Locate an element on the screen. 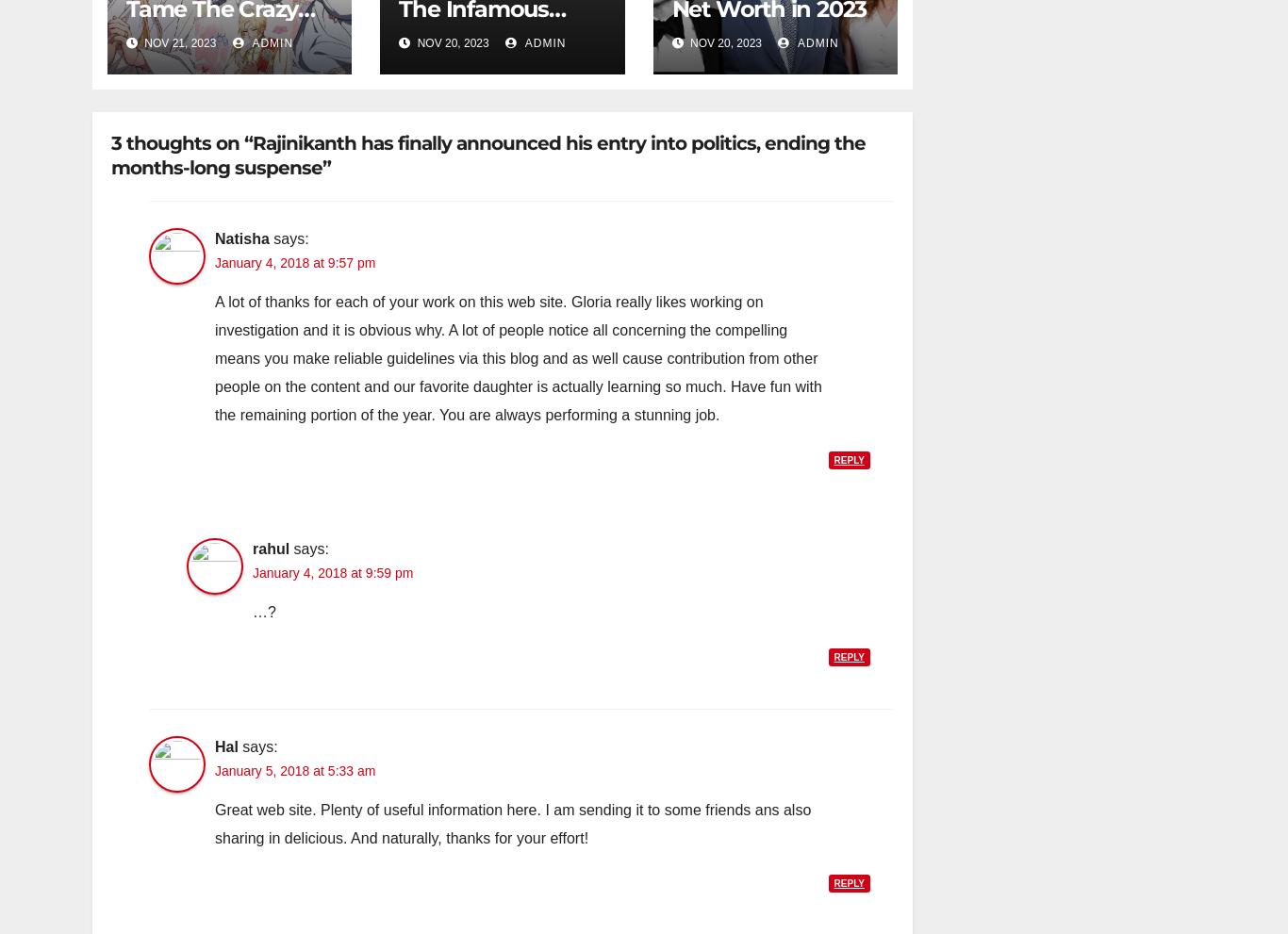 Image resolution: width=1288 pixels, height=934 pixels. '…?' is located at coordinates (264, 611).